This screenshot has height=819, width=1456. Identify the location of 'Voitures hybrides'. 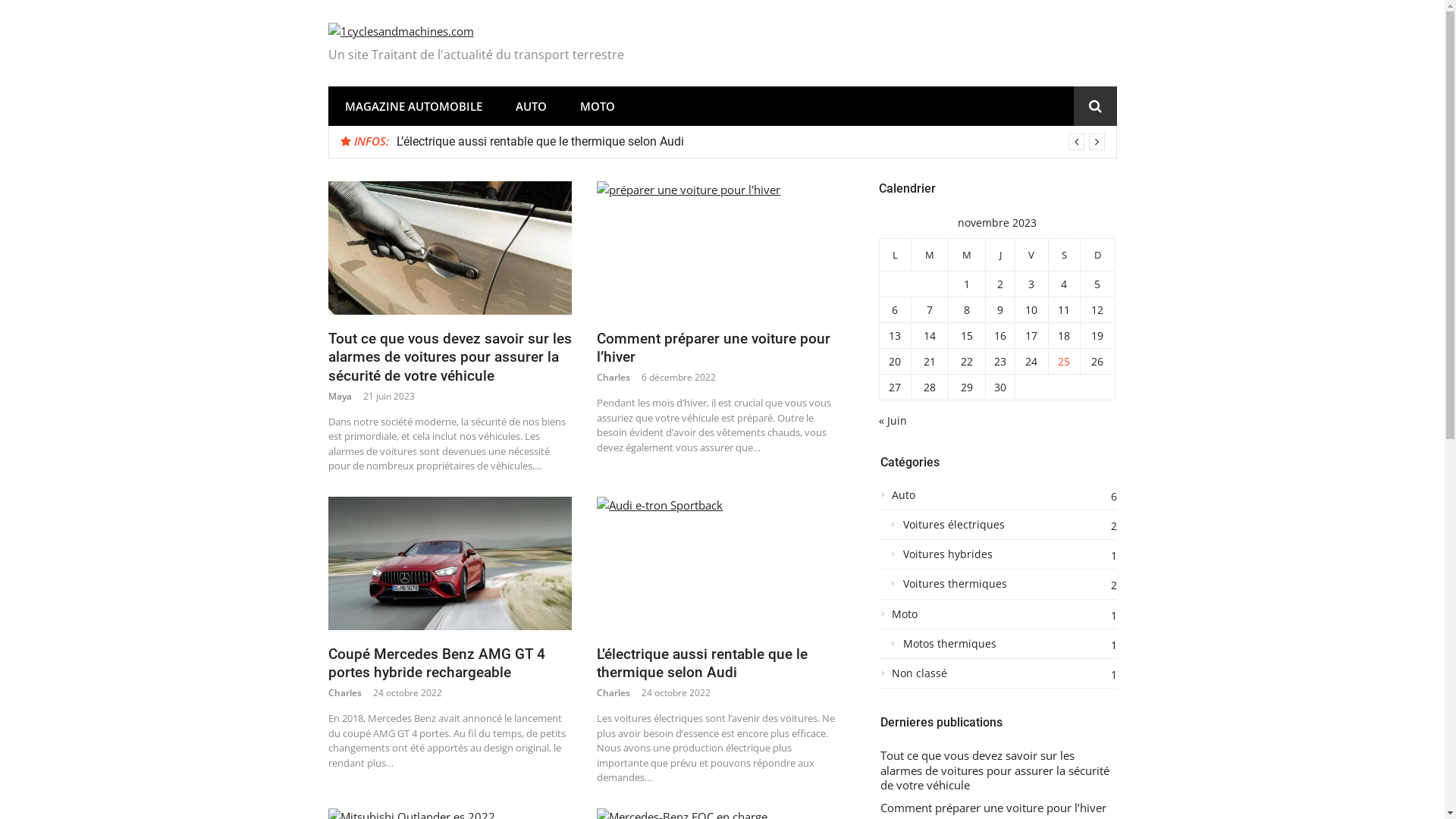
(997, 558).